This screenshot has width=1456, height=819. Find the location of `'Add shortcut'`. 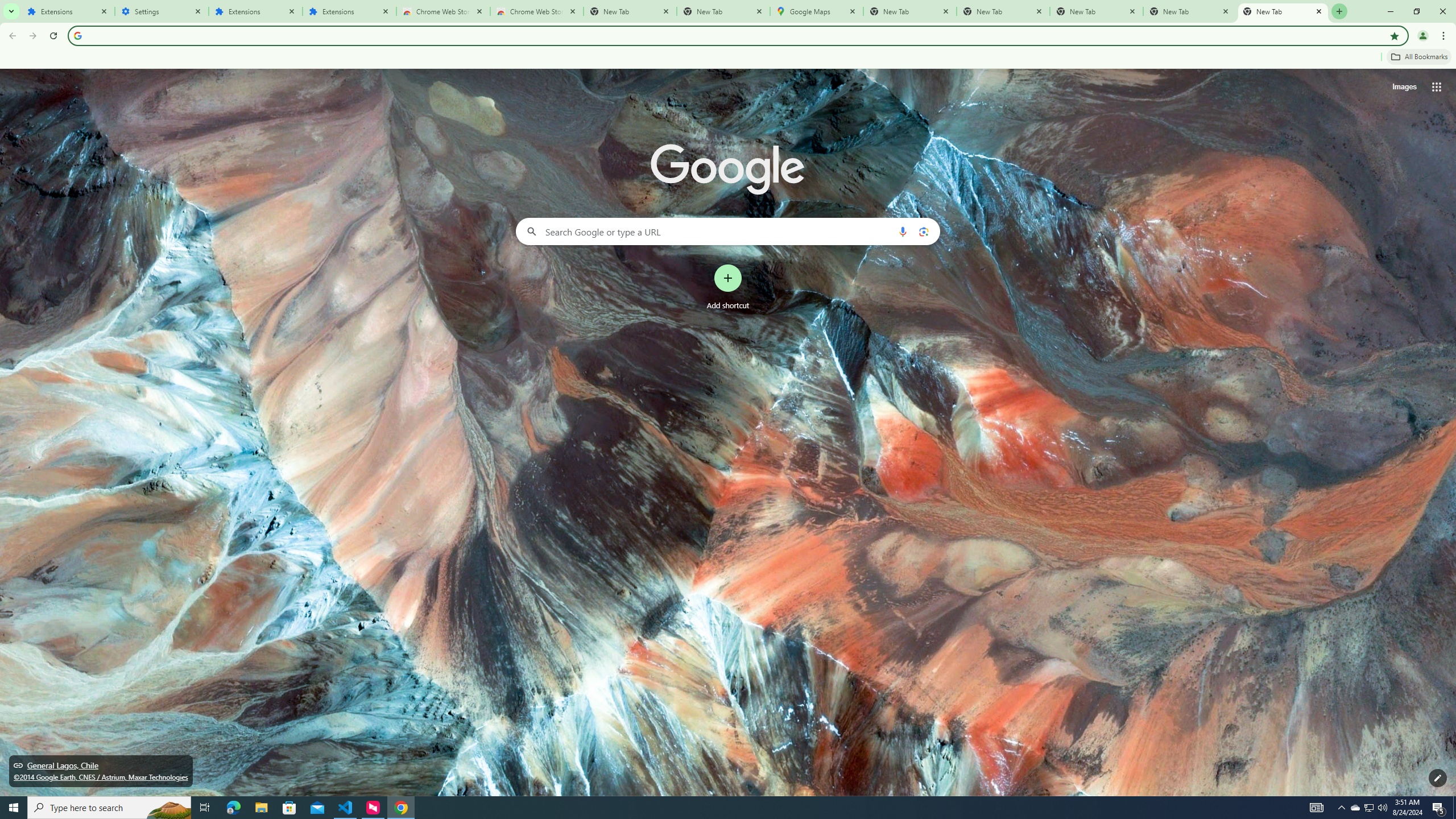

'Add shortcut' is located at coordinates (728, 287).